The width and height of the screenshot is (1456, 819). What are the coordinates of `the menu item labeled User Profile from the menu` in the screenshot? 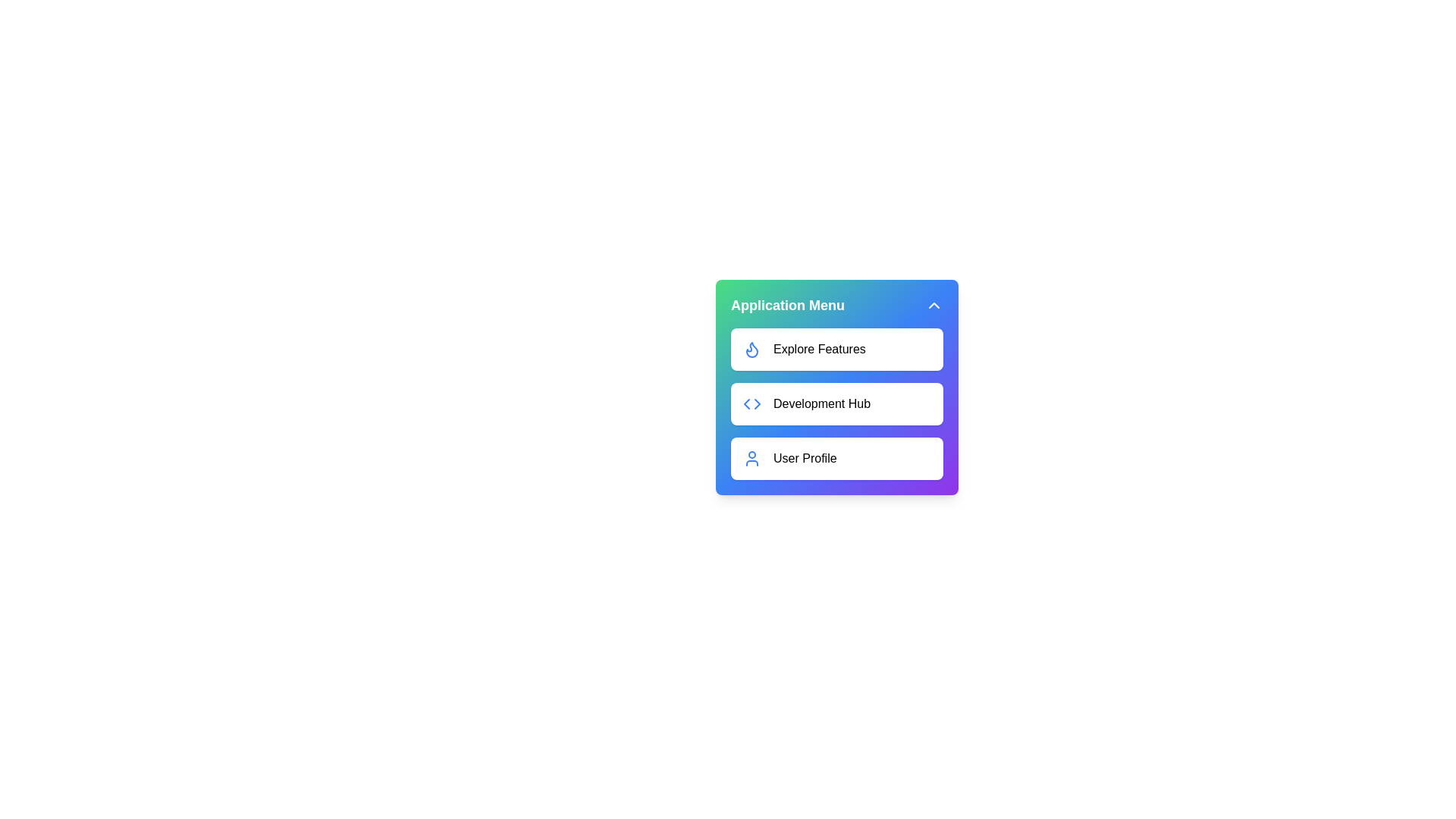 It's located at (836, 458).